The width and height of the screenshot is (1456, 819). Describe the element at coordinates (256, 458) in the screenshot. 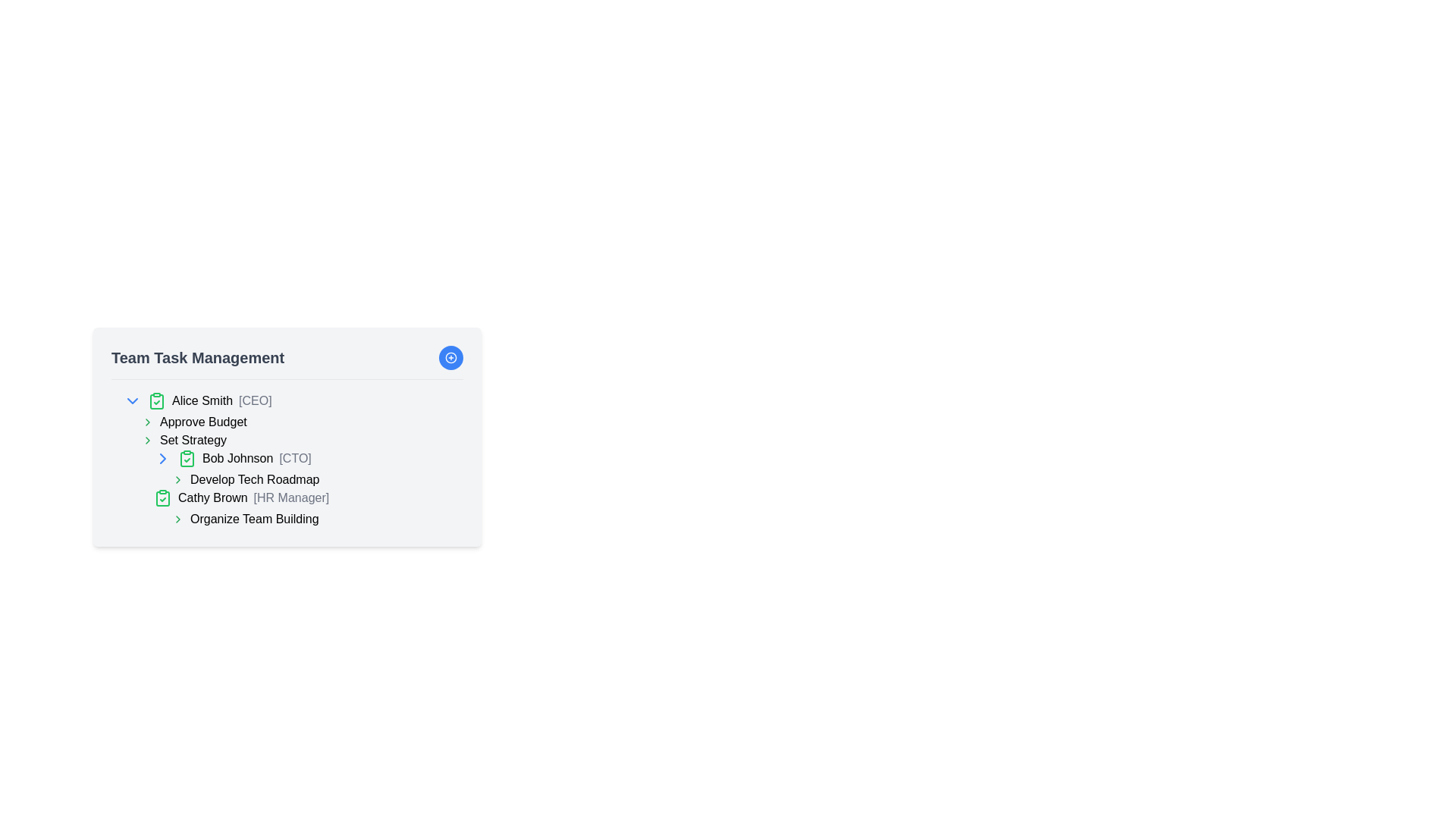

I see `the label displaying 'Bob Johnson [CTO]', which is the third item in the list under 'Set Strategy', located to the right of a green checkmark icon` at that location.